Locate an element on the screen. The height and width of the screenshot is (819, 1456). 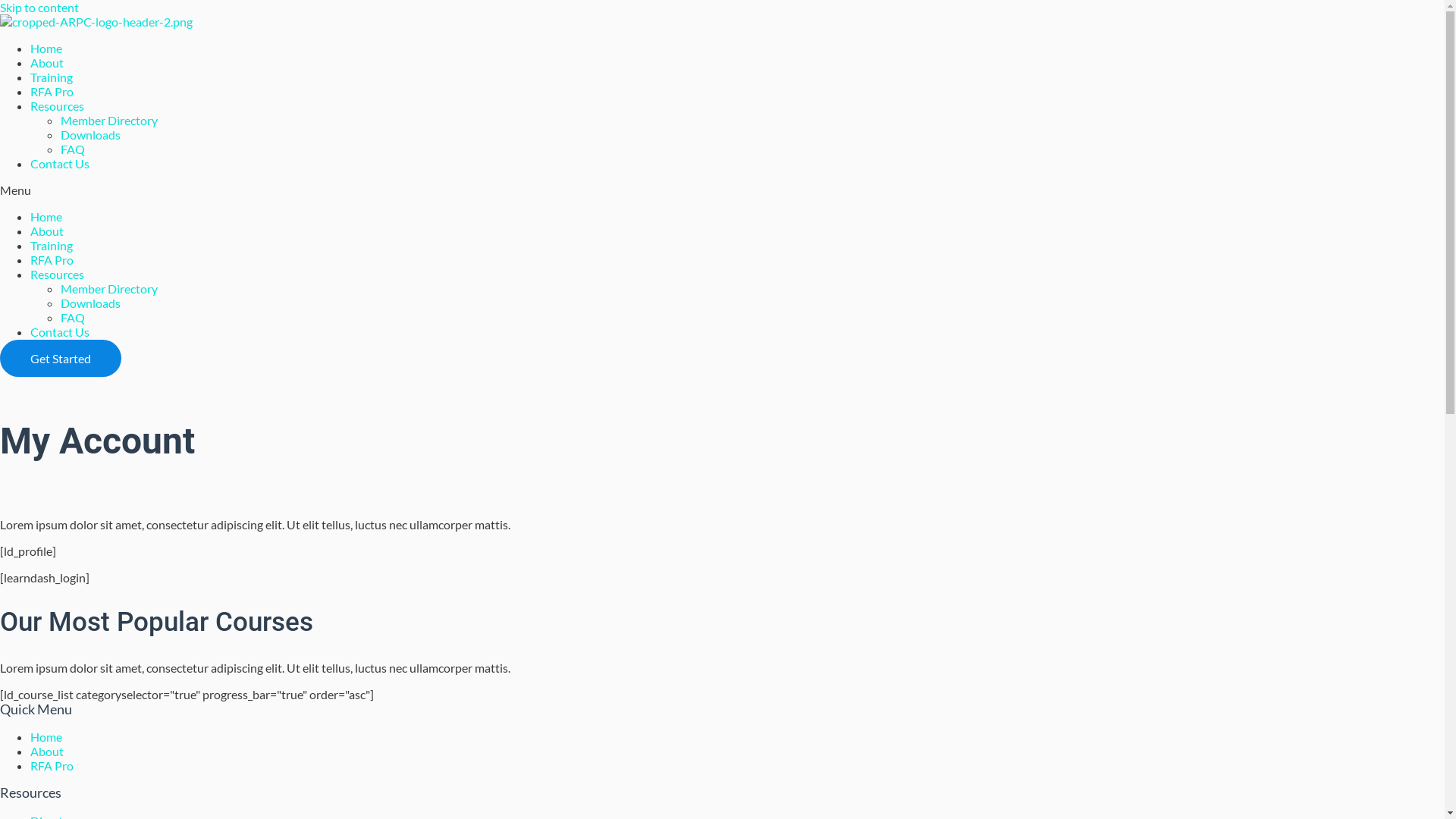
'Home' is located at coordinates (46, 736).